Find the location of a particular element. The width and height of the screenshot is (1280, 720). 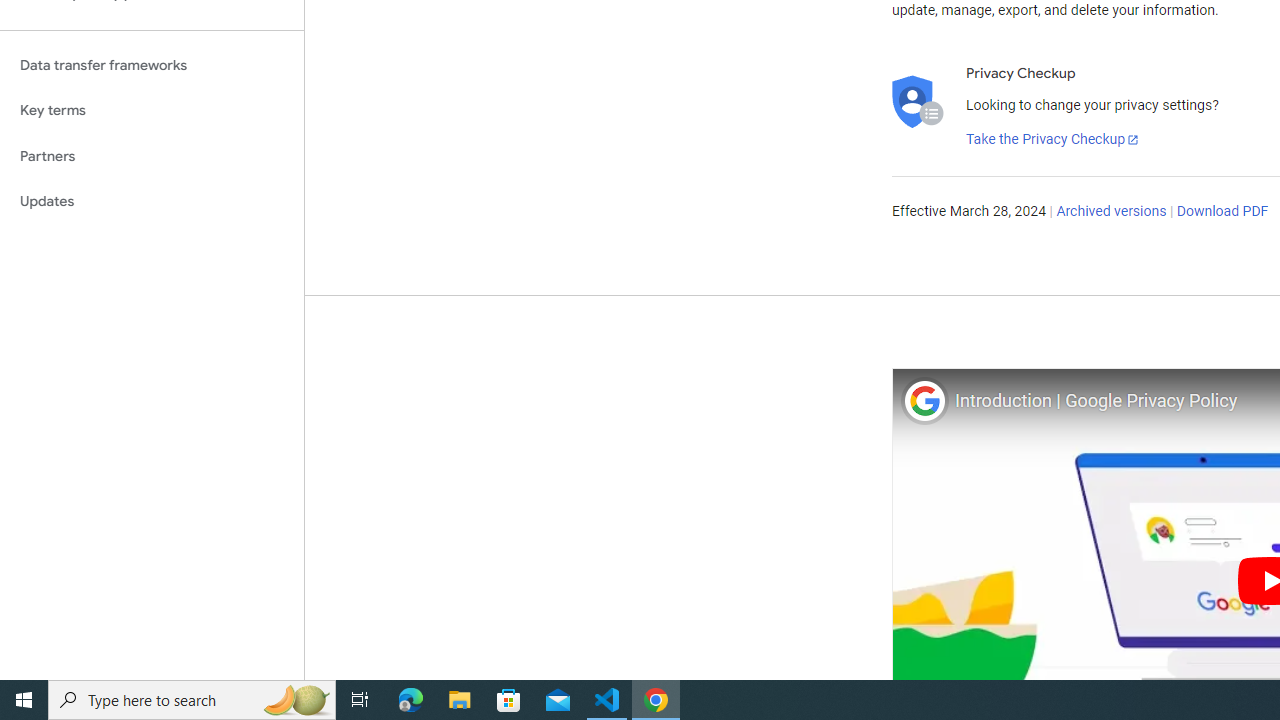

'Key terms' is located at coordinates (151, 110).